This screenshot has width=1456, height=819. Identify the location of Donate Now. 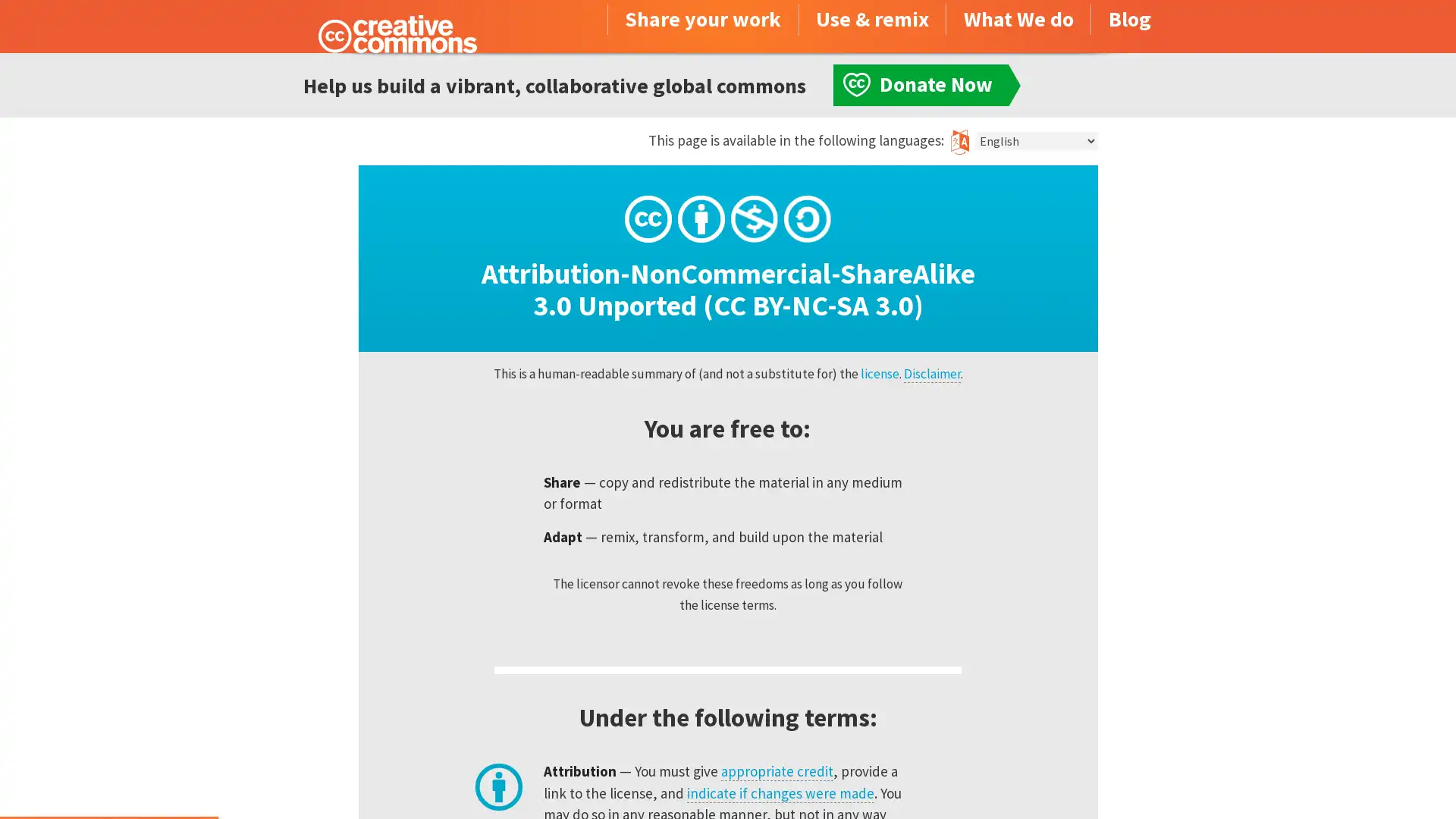
(108, 778).